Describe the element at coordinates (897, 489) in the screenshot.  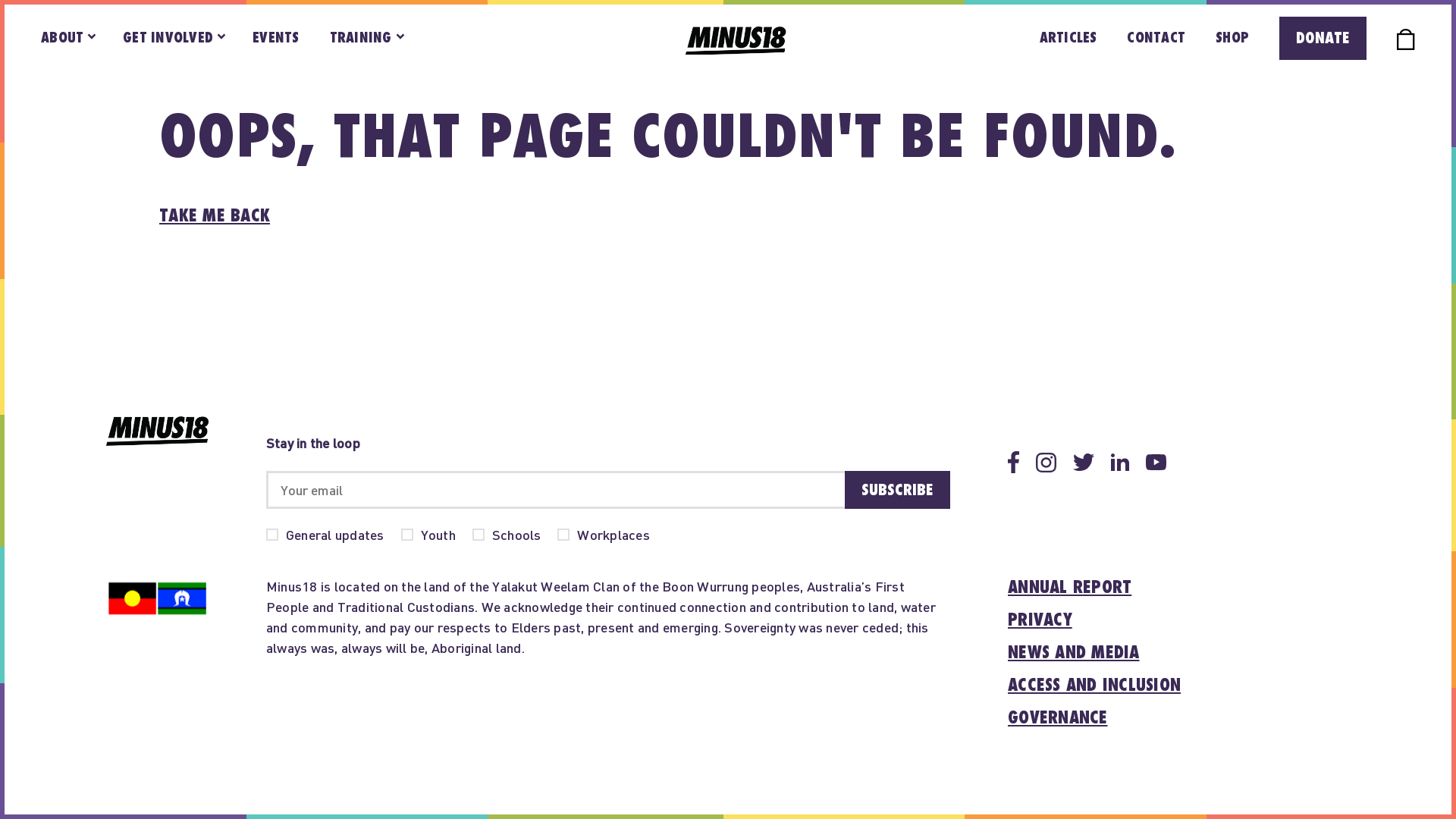
I see `'SUBSCRIBE'` at that location.